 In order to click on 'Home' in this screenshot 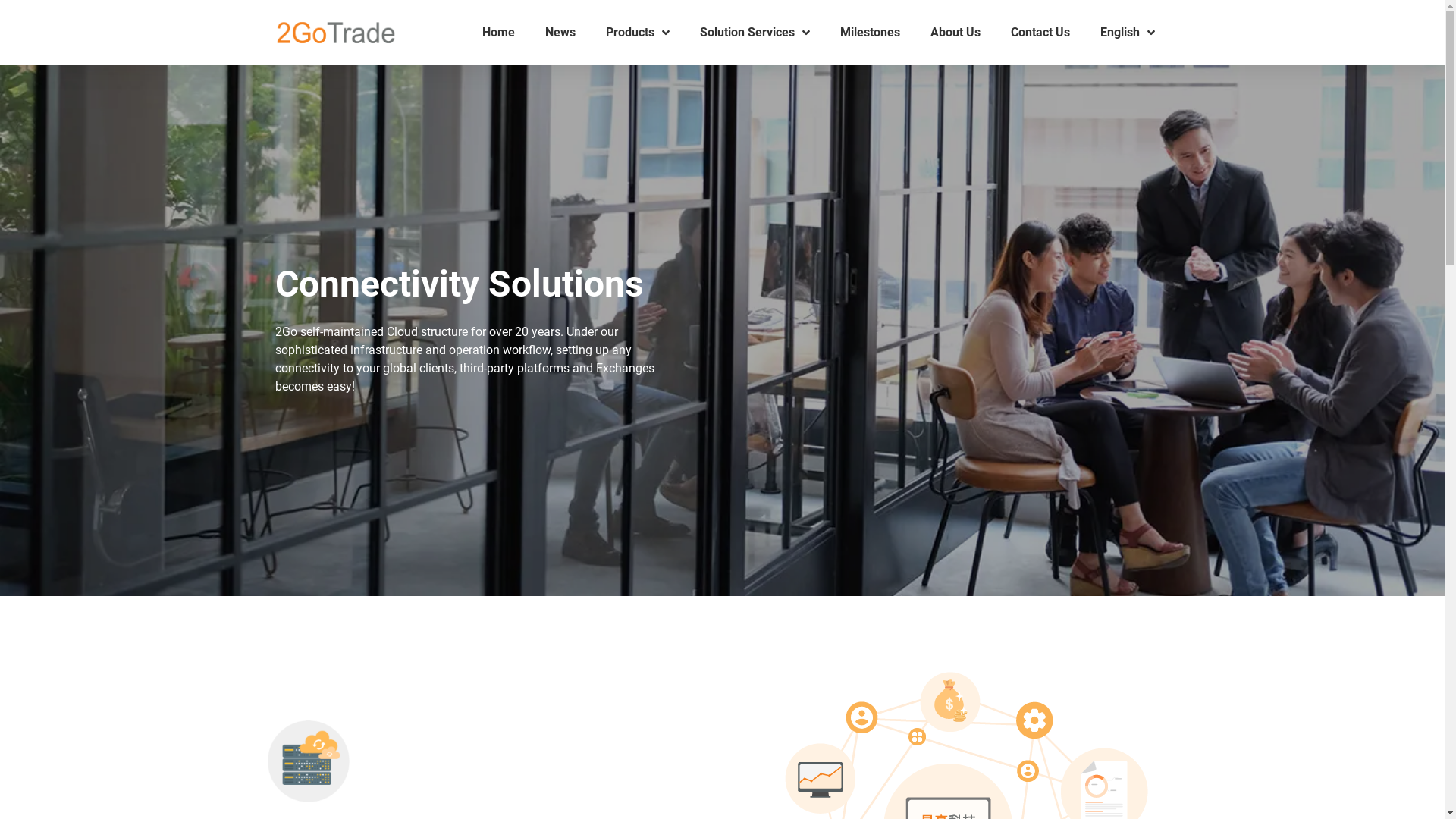, I will do `click(498, 32)`.